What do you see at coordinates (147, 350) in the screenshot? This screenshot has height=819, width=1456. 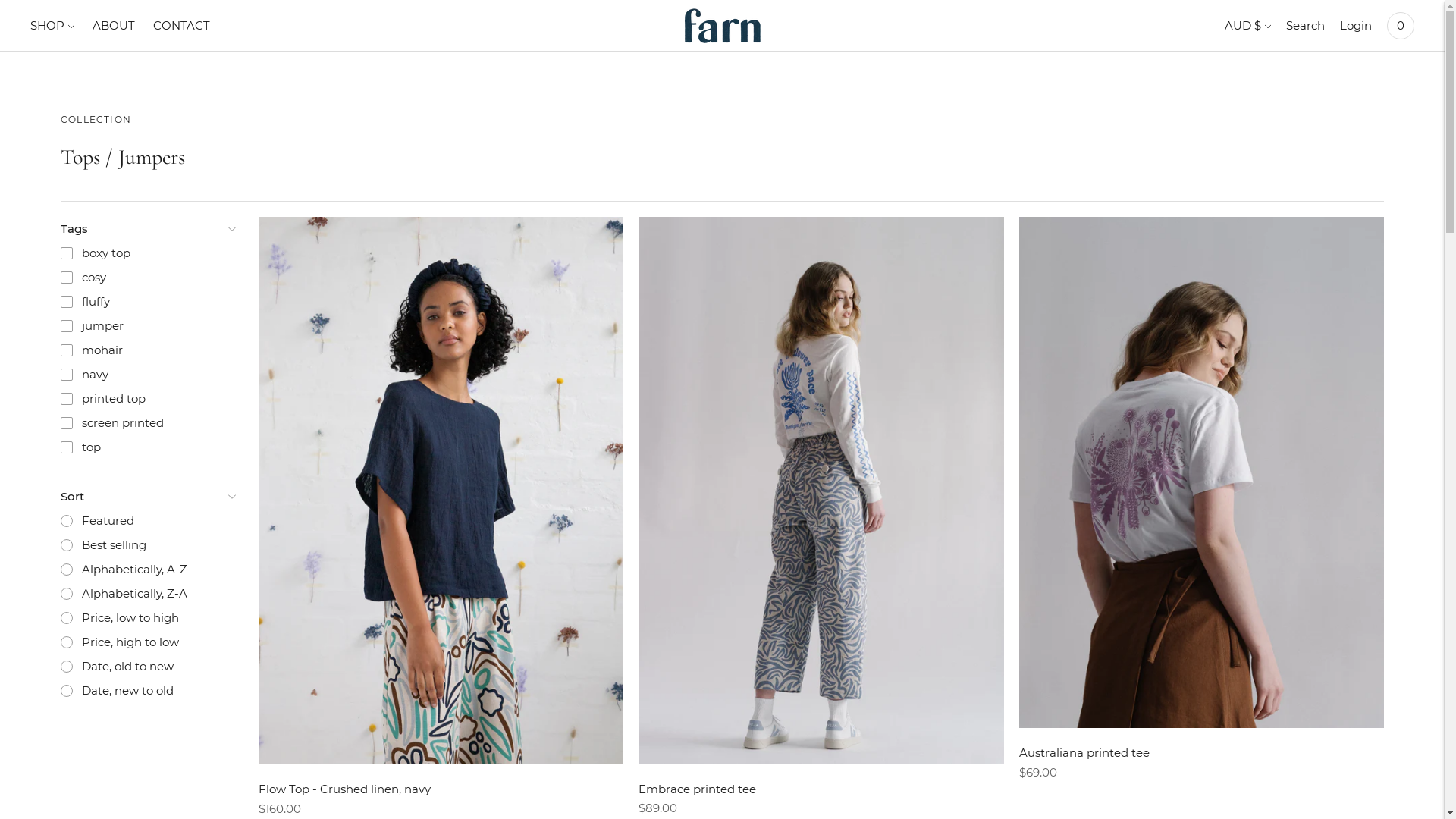 I see `'mohair'` at bounding box center [147, 350].